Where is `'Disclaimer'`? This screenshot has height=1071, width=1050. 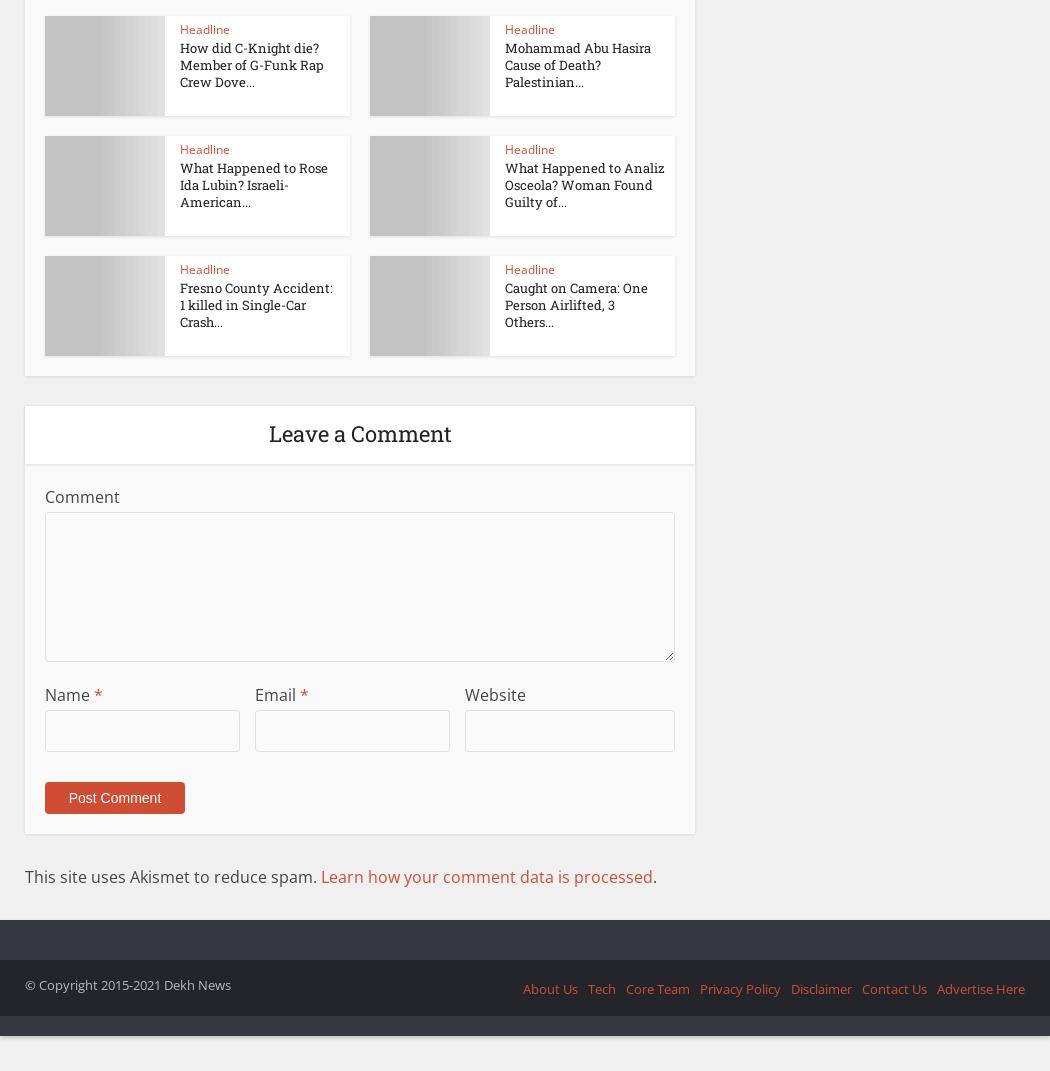
'Disclaimer' is located at coordinates (789, 987).